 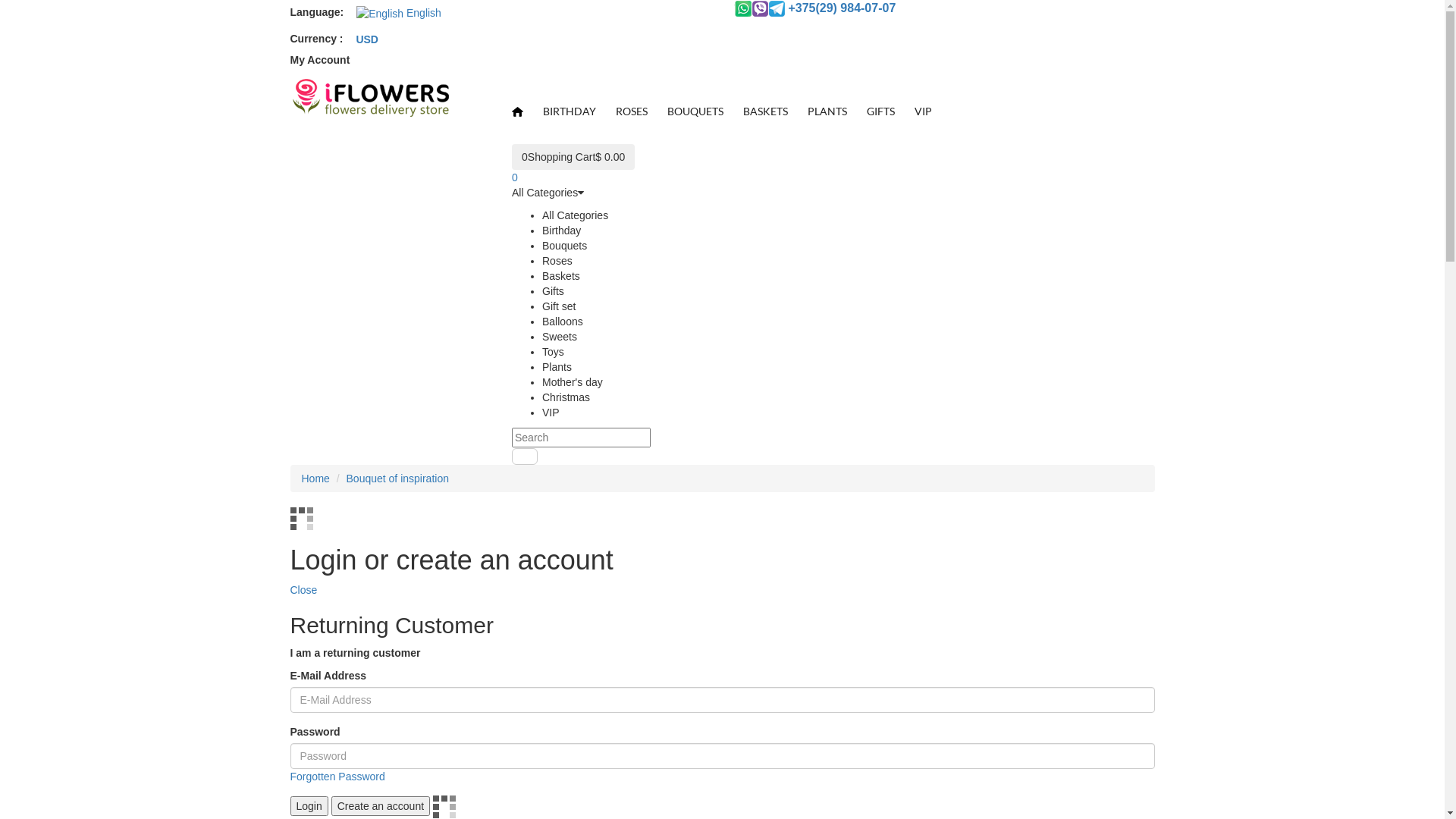 What do you see at coordinates (379, 14) in the screenshot?
I see `'English'` at bounding box center [379, 14].